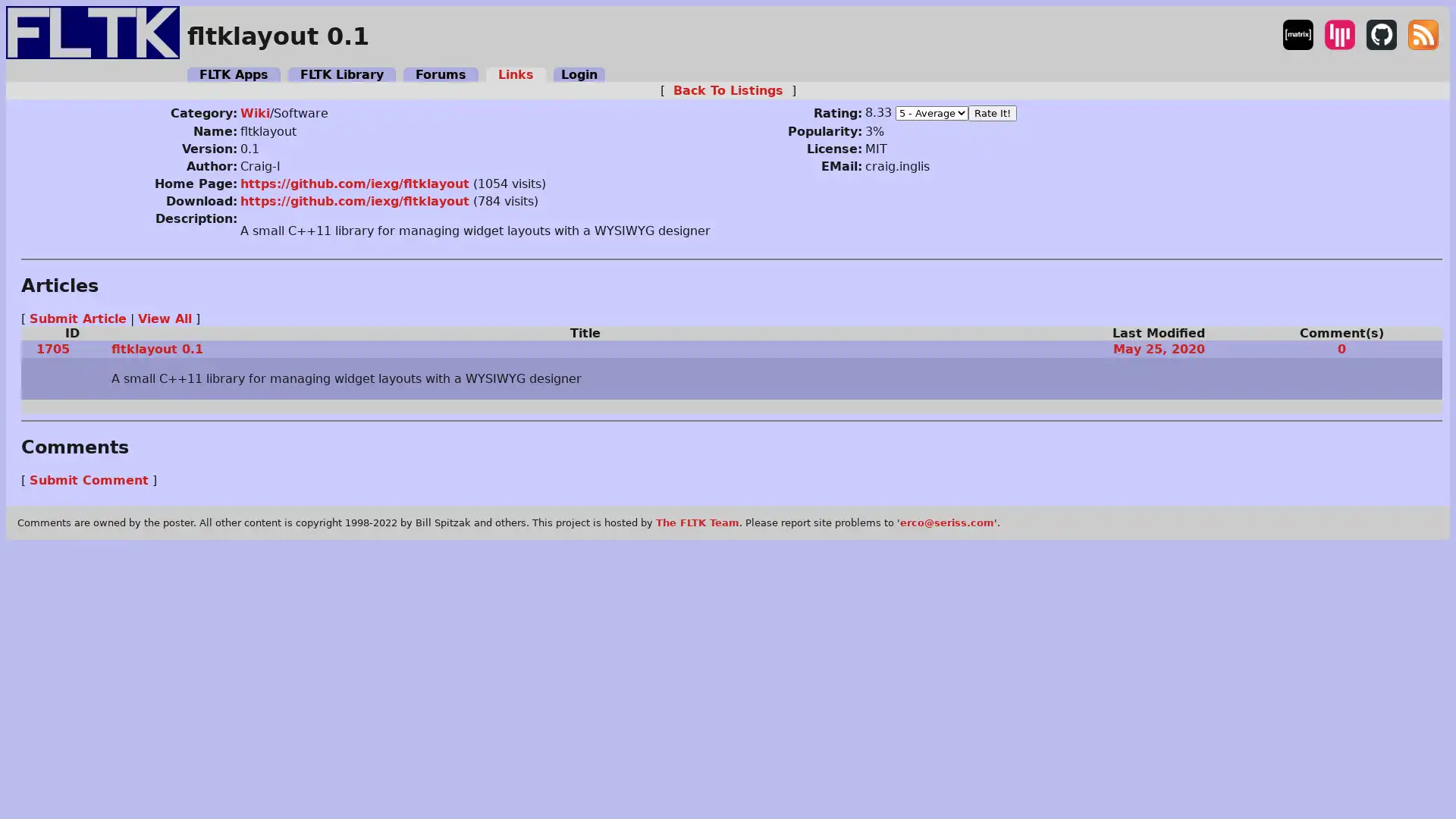  Describe the element at coordinates (991, 111) in the screenshot. I see `Rate It!` at that location.